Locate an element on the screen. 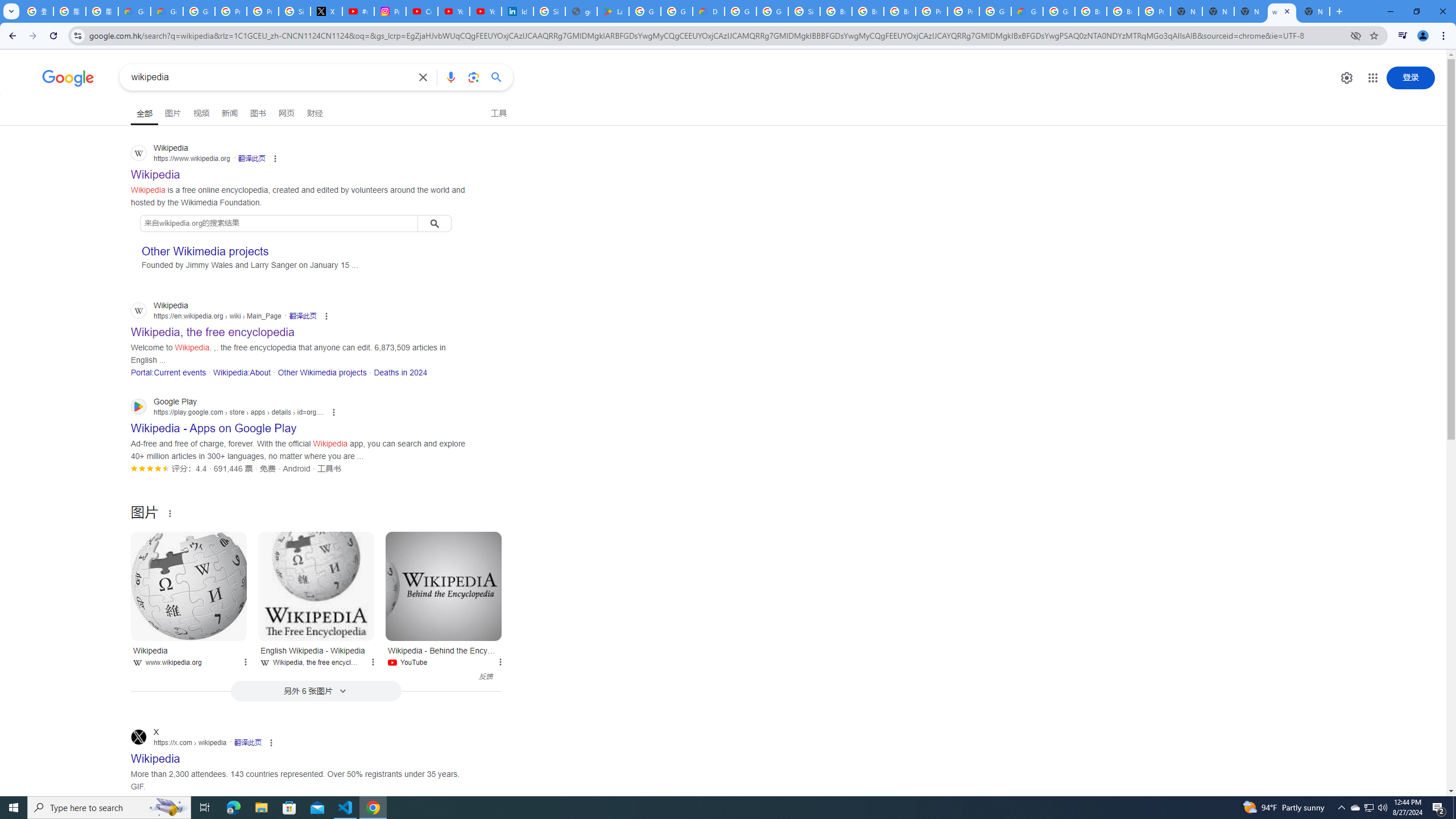 This screenshot has width=1456, height=819. 'Google Cloud Platform' is located at coordinates (1059, 11).